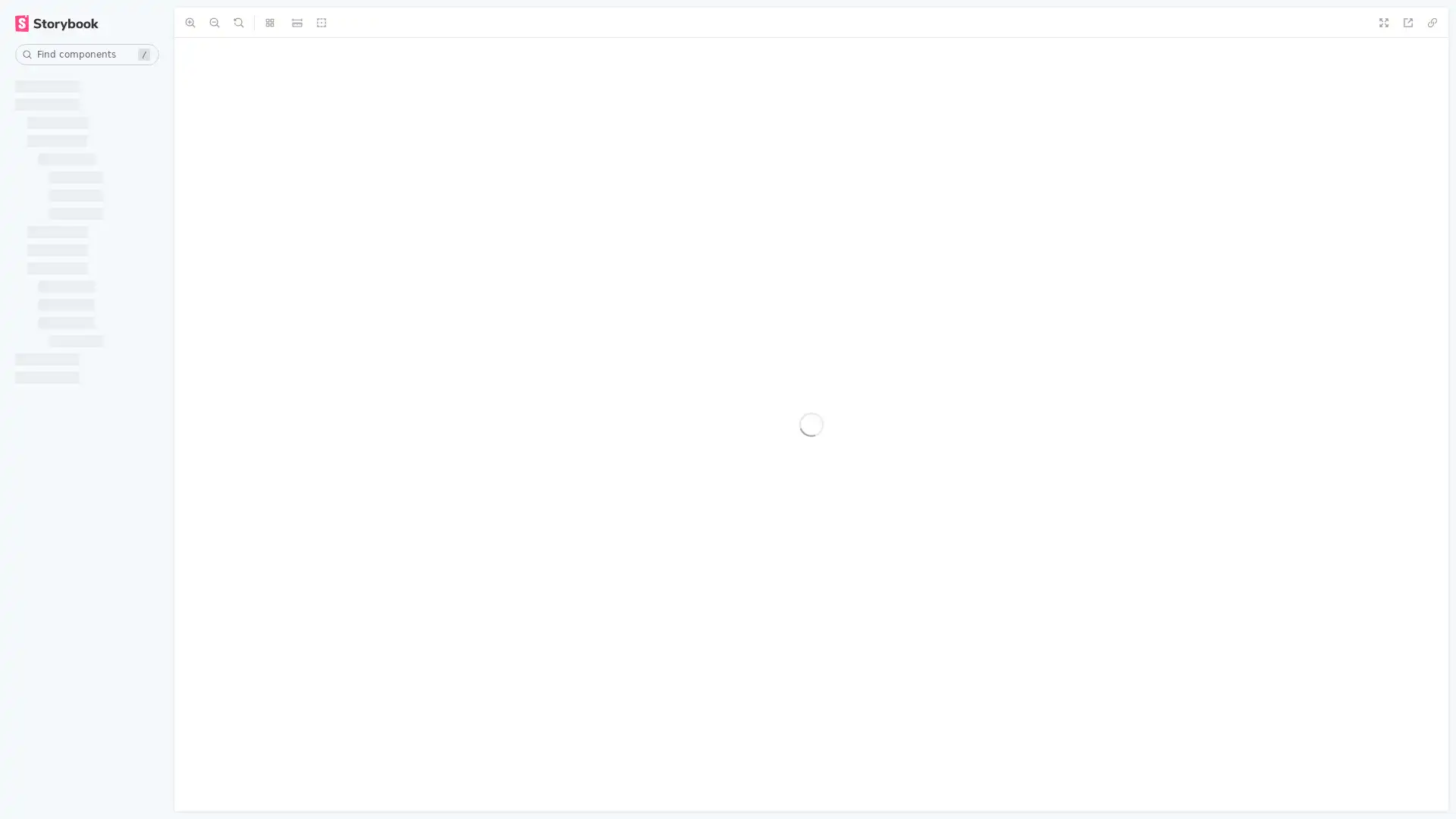 The image size is (1456, 819). I want to click on Canvas, so click(202, 23).